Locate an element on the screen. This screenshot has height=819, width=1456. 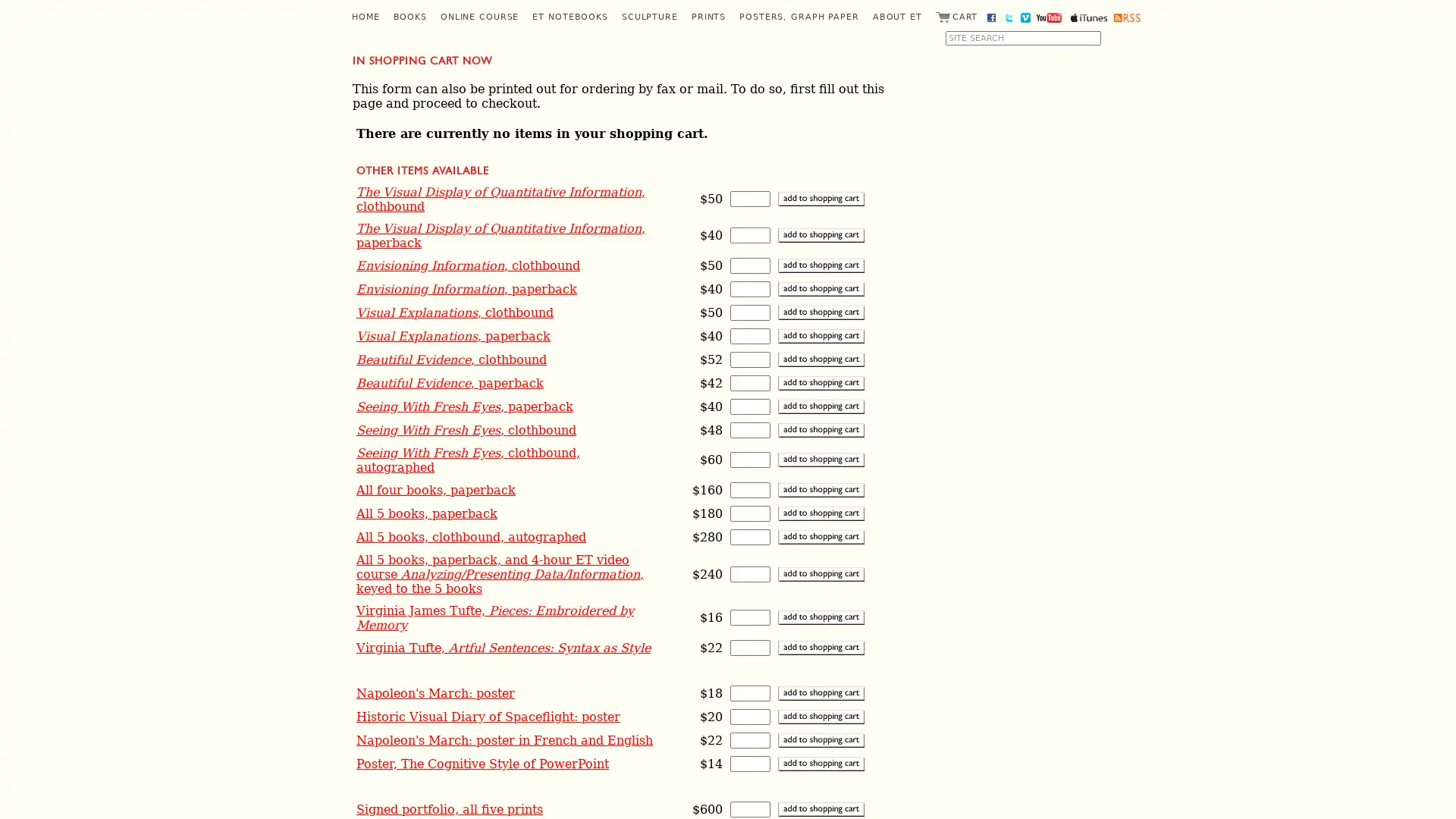
add to shopping cart is located at coordinates (821, 535).